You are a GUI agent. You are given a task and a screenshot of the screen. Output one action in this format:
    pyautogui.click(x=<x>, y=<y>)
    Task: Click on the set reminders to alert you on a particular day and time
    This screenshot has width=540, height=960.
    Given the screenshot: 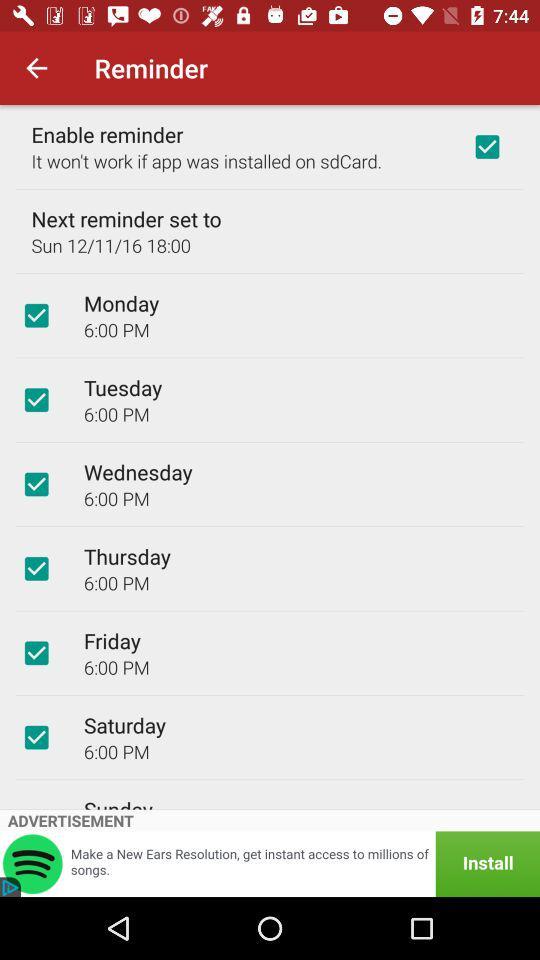 What is the action you would take?
    pyautogui.click(x=36, y=736)
    